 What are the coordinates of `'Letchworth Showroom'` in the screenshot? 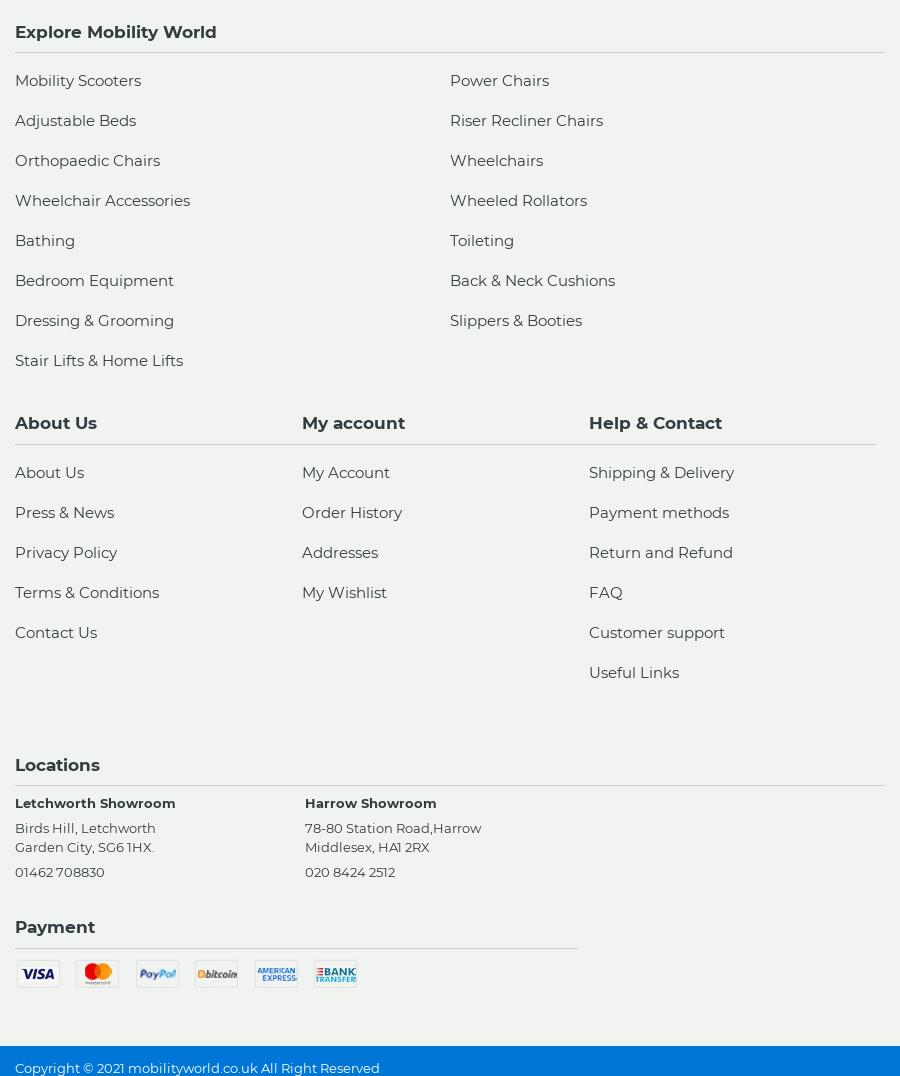 It's located at (94, 803).